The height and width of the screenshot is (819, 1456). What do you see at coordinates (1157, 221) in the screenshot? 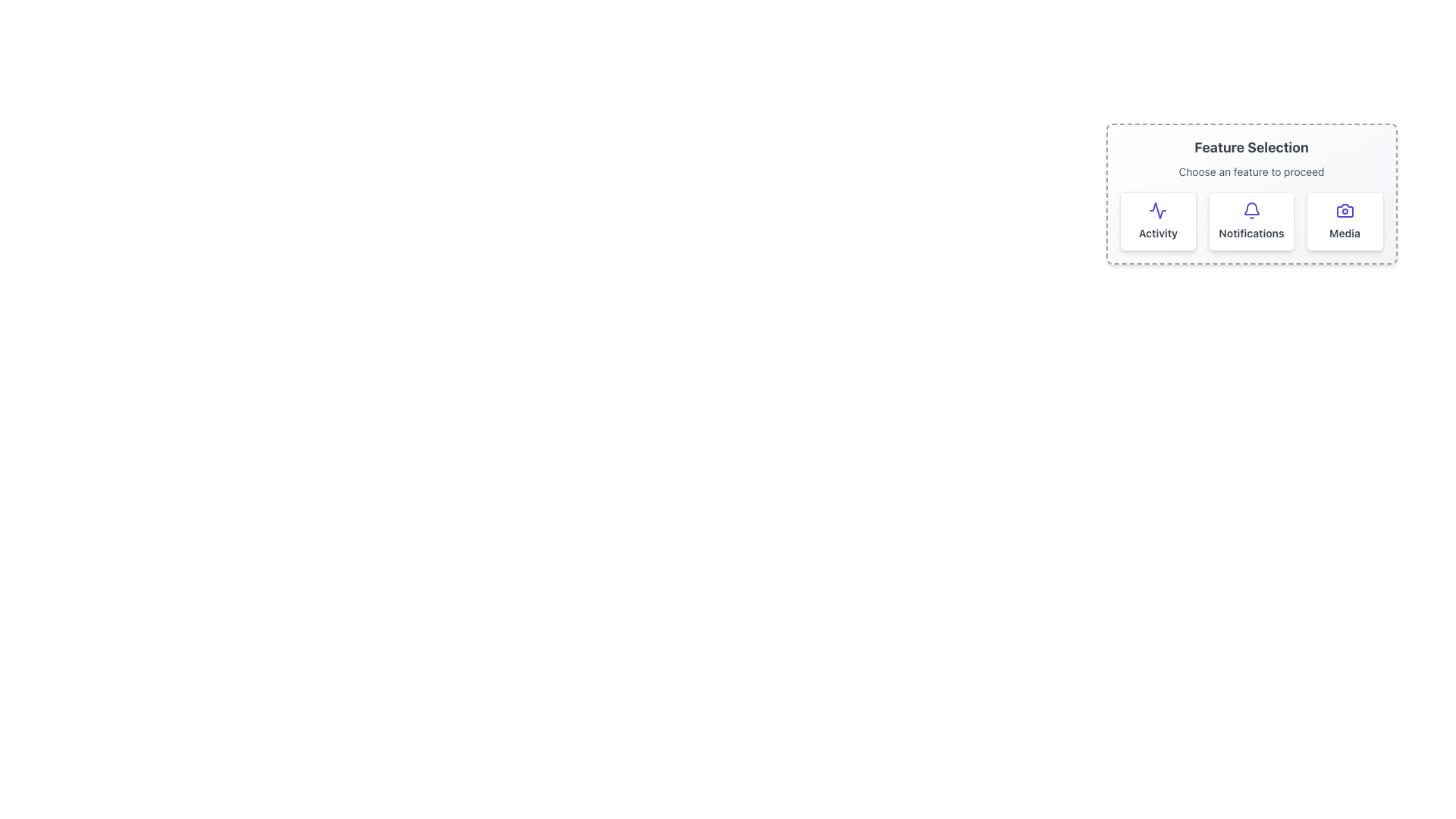
I see `the 'Activity' button, which is a rectangular button with a white background and an indigo line chart icon` at bounding box center [1157, 221].